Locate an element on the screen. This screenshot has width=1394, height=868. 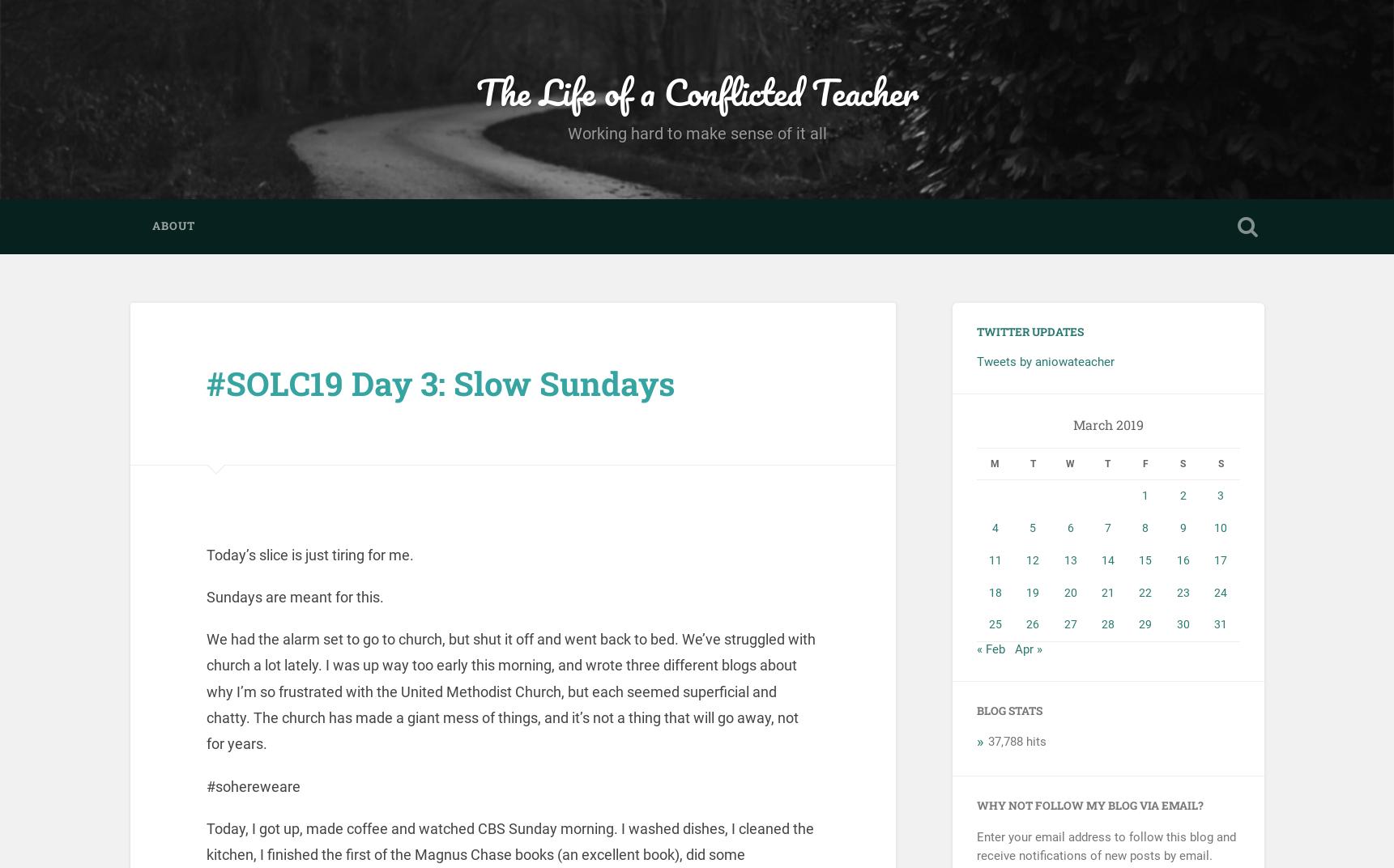
'« Feb' is located at coordinates (975, 649).